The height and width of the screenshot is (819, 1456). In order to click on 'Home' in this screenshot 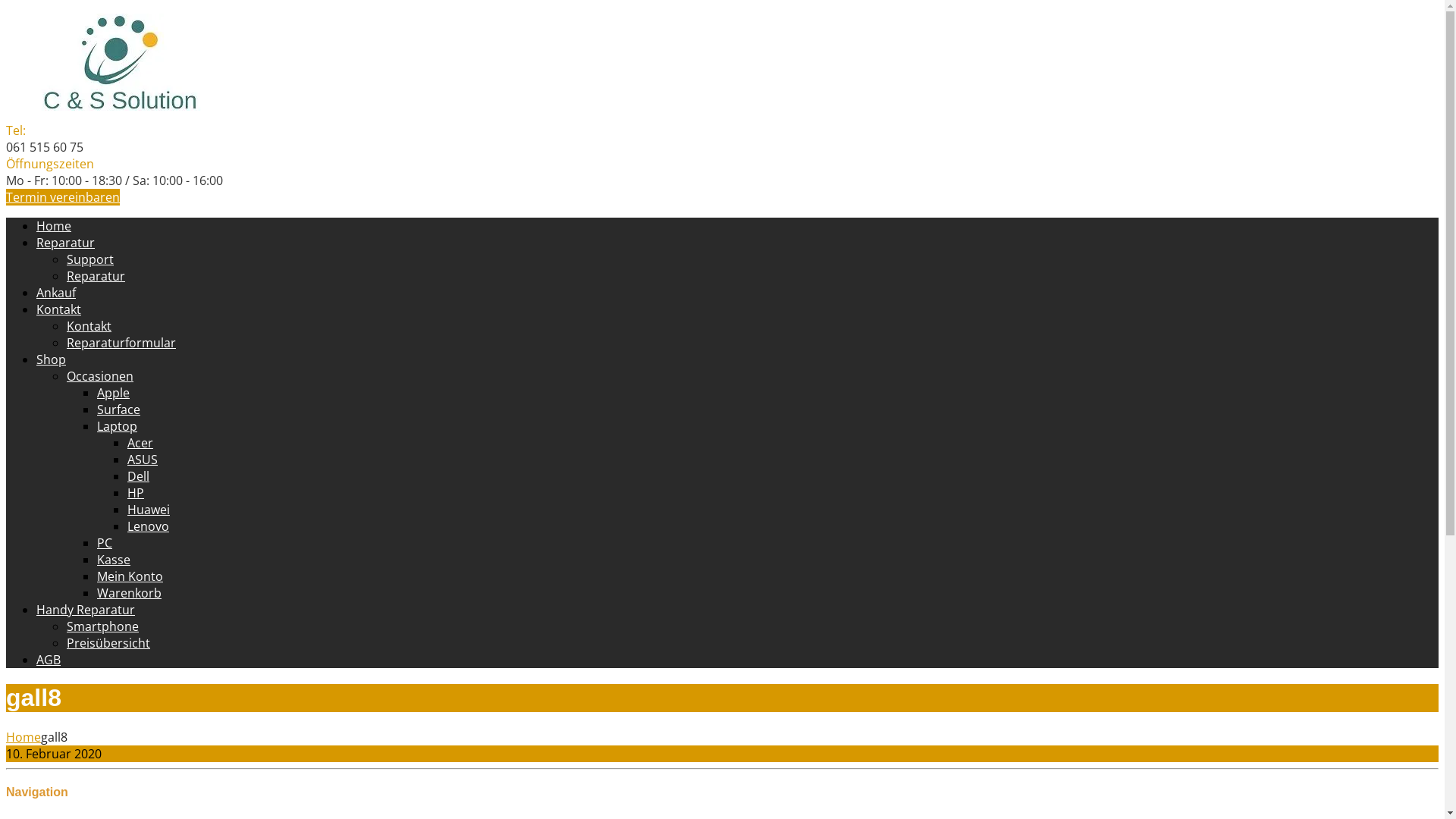, I will do `click(23, 736)`.